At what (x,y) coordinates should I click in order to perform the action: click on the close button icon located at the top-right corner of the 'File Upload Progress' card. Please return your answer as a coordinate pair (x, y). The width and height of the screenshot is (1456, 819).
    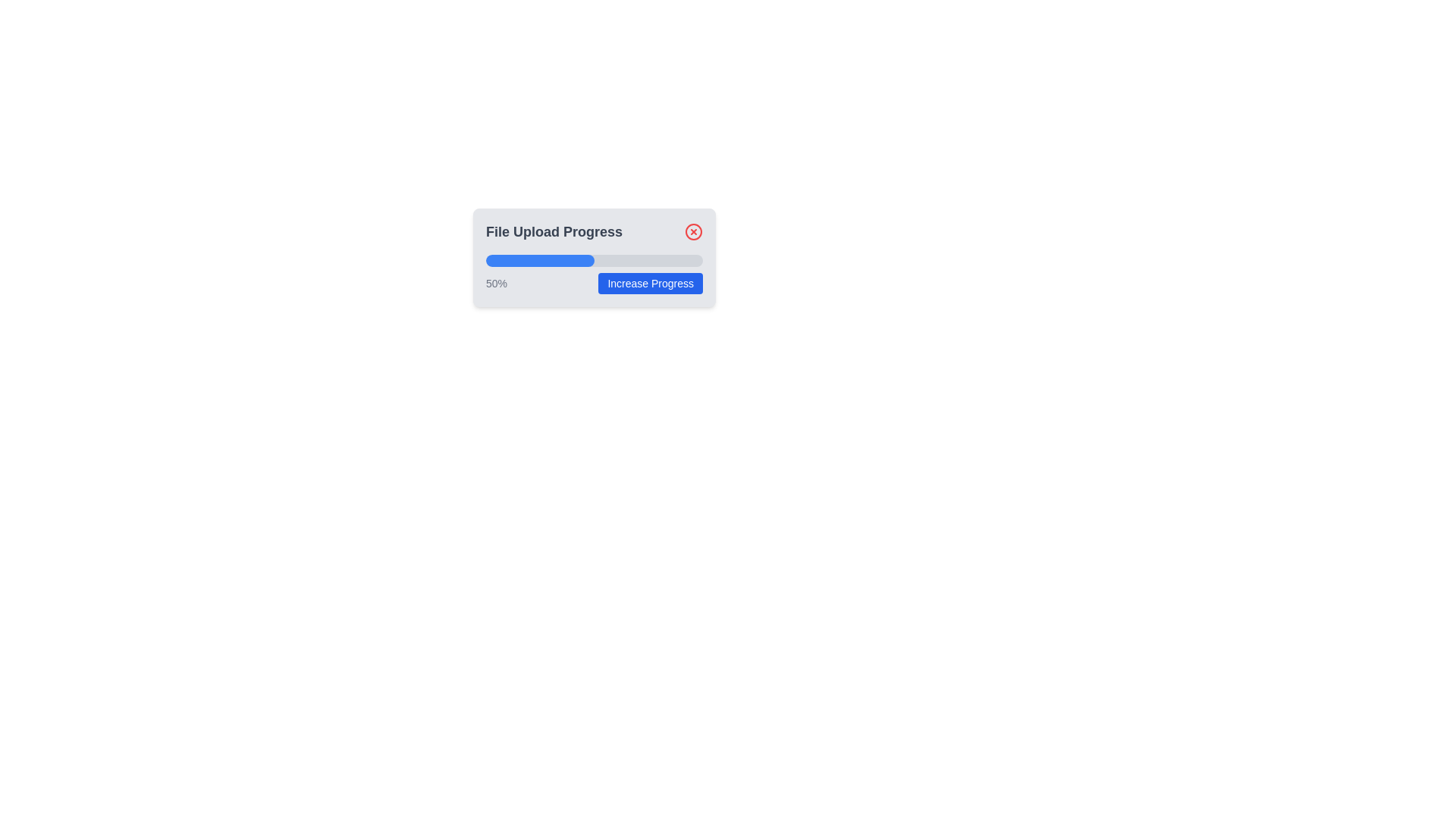
    Looking at the image, I should click on (693, 231).